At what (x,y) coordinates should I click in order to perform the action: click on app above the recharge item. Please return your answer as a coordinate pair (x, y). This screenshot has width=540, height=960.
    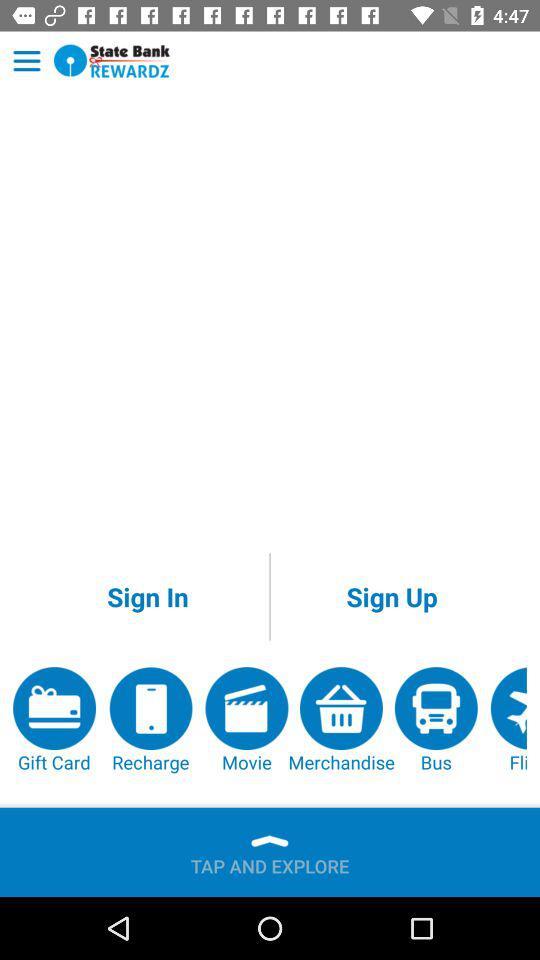
    Looking at the image, I should click on (146, 596).